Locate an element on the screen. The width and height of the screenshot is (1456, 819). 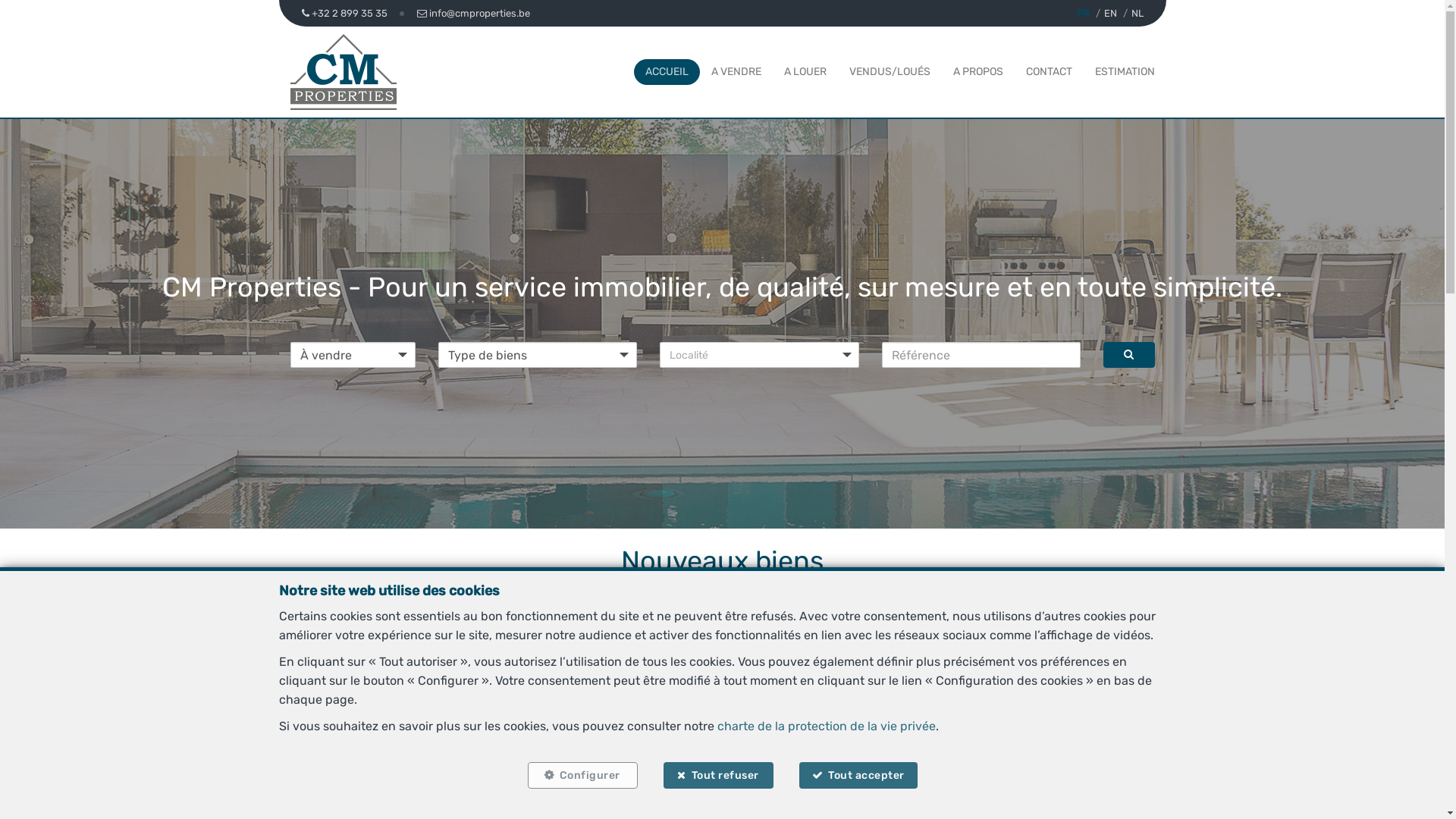
'A LOUER' is located at coordinates (783, 71).